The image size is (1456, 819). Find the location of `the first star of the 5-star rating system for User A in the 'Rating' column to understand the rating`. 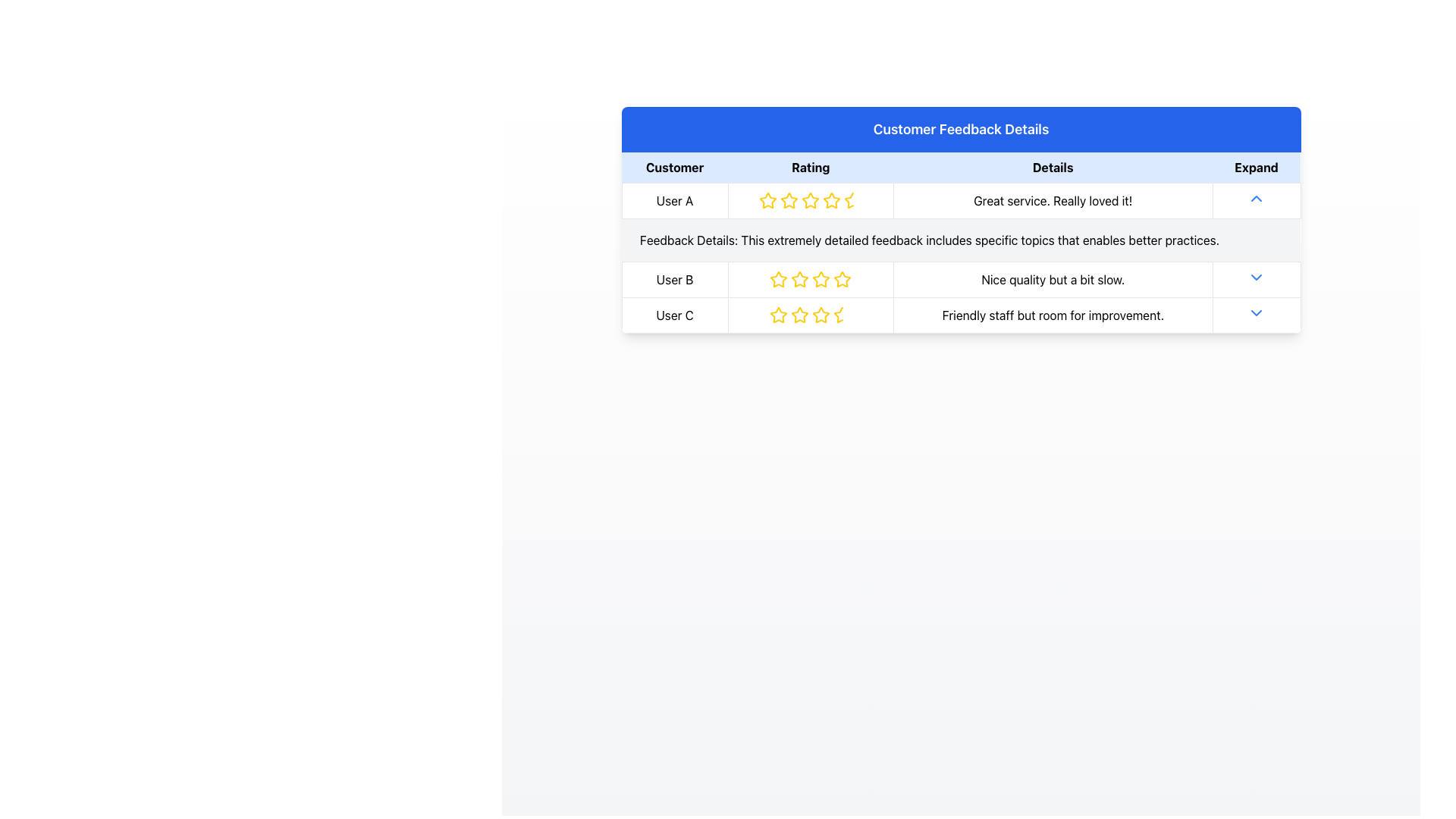

the first star of the 5-star rating system for User A in the 'Rating' column to understand the rating is located at coordinates (768, 200).